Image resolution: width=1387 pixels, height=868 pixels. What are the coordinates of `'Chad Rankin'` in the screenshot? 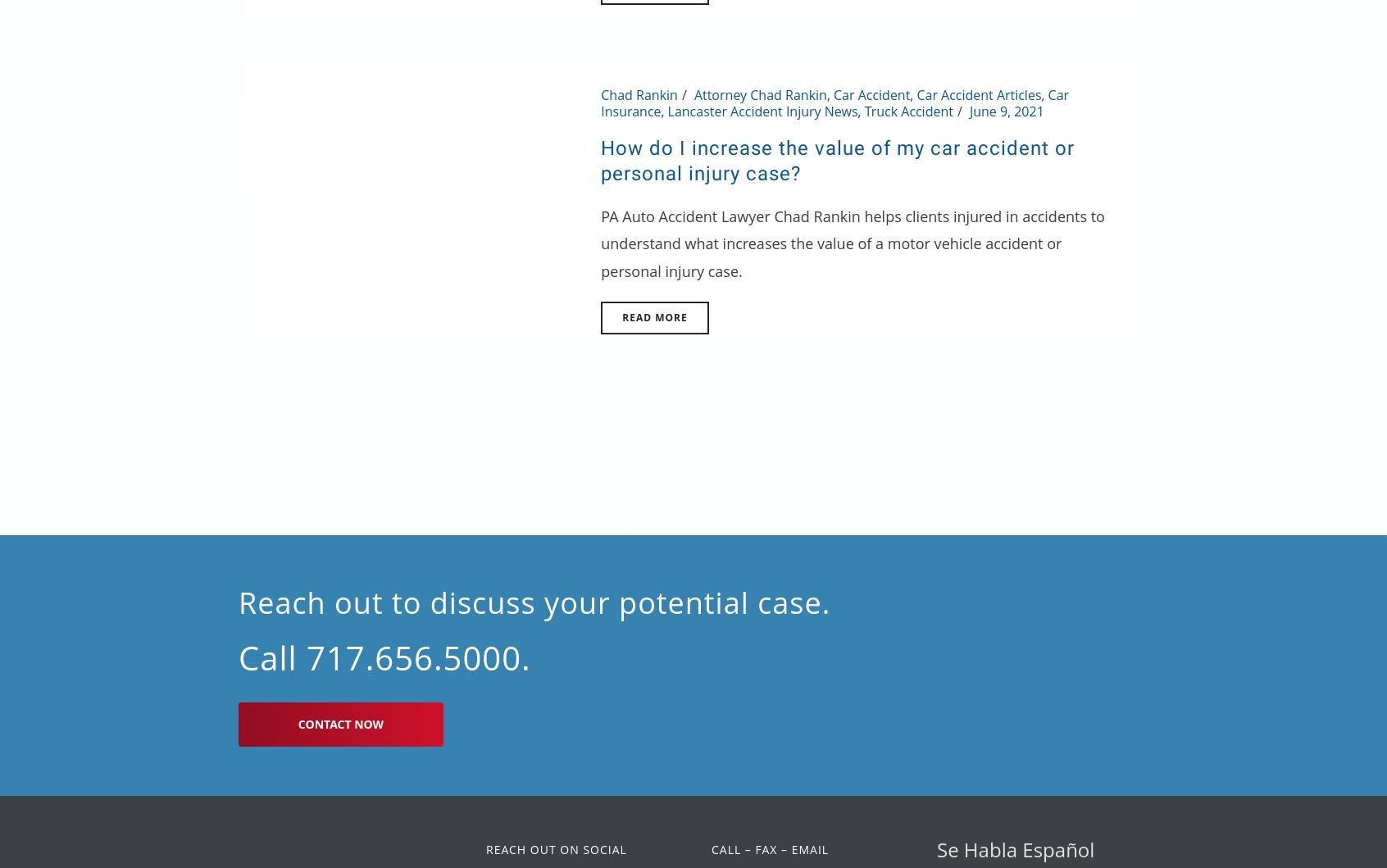 It's located at (639, 93).